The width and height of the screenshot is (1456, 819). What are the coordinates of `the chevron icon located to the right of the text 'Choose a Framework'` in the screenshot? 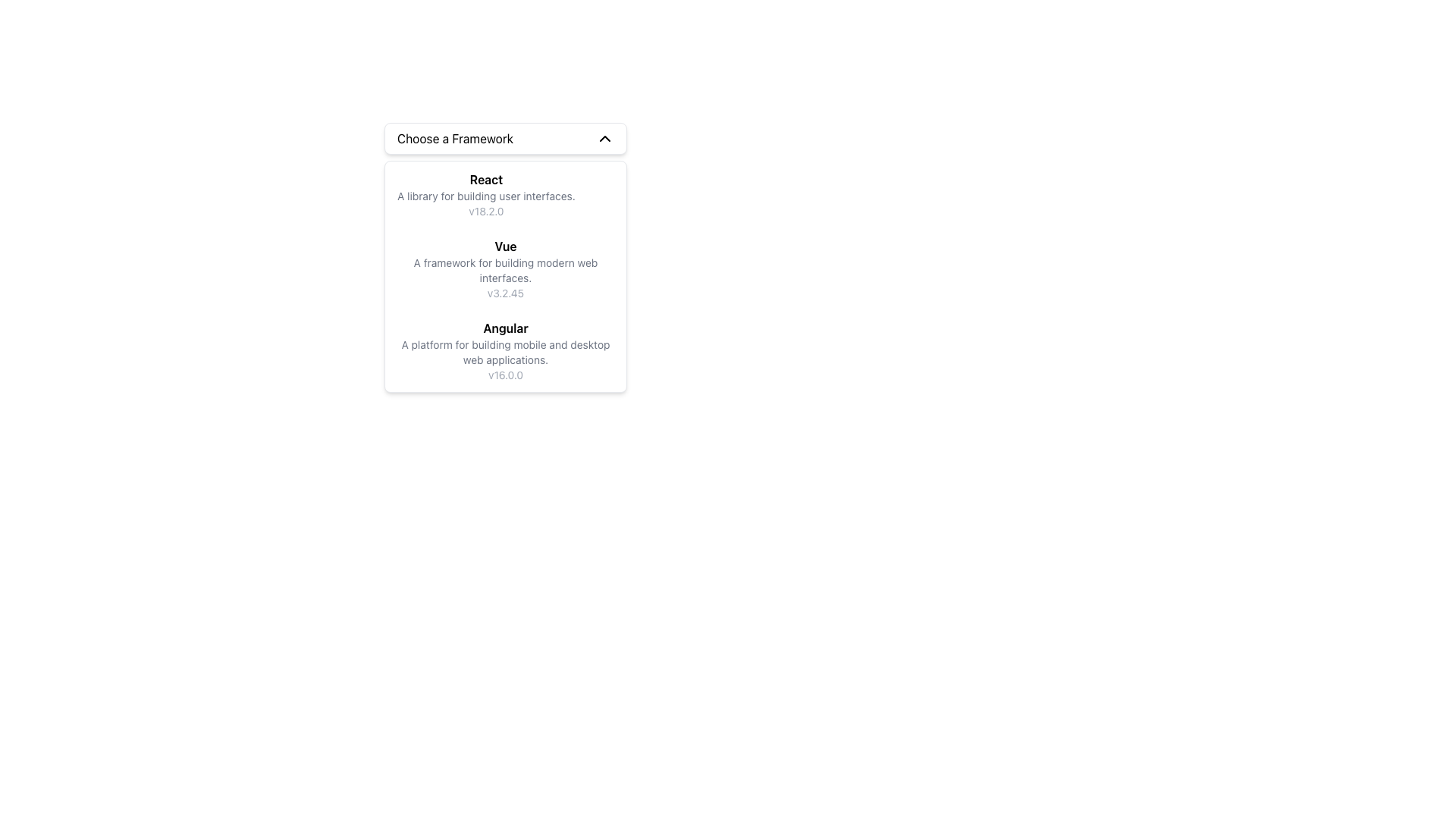 It's located at (604, 138).